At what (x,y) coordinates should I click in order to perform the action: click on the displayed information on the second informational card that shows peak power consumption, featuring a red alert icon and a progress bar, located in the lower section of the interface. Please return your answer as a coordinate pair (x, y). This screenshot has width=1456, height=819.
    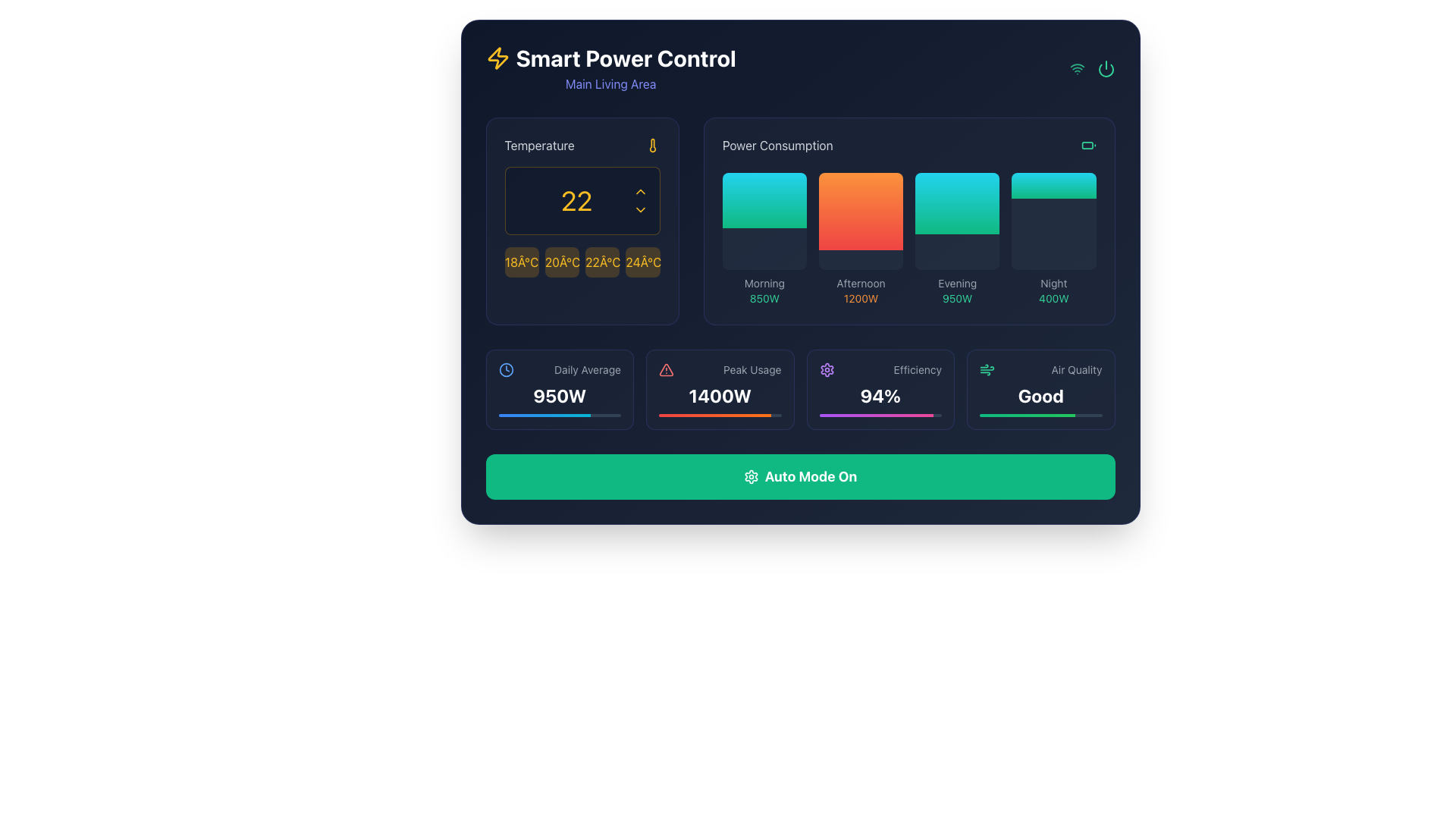
    Looking at the image, I should click on (719, 388).